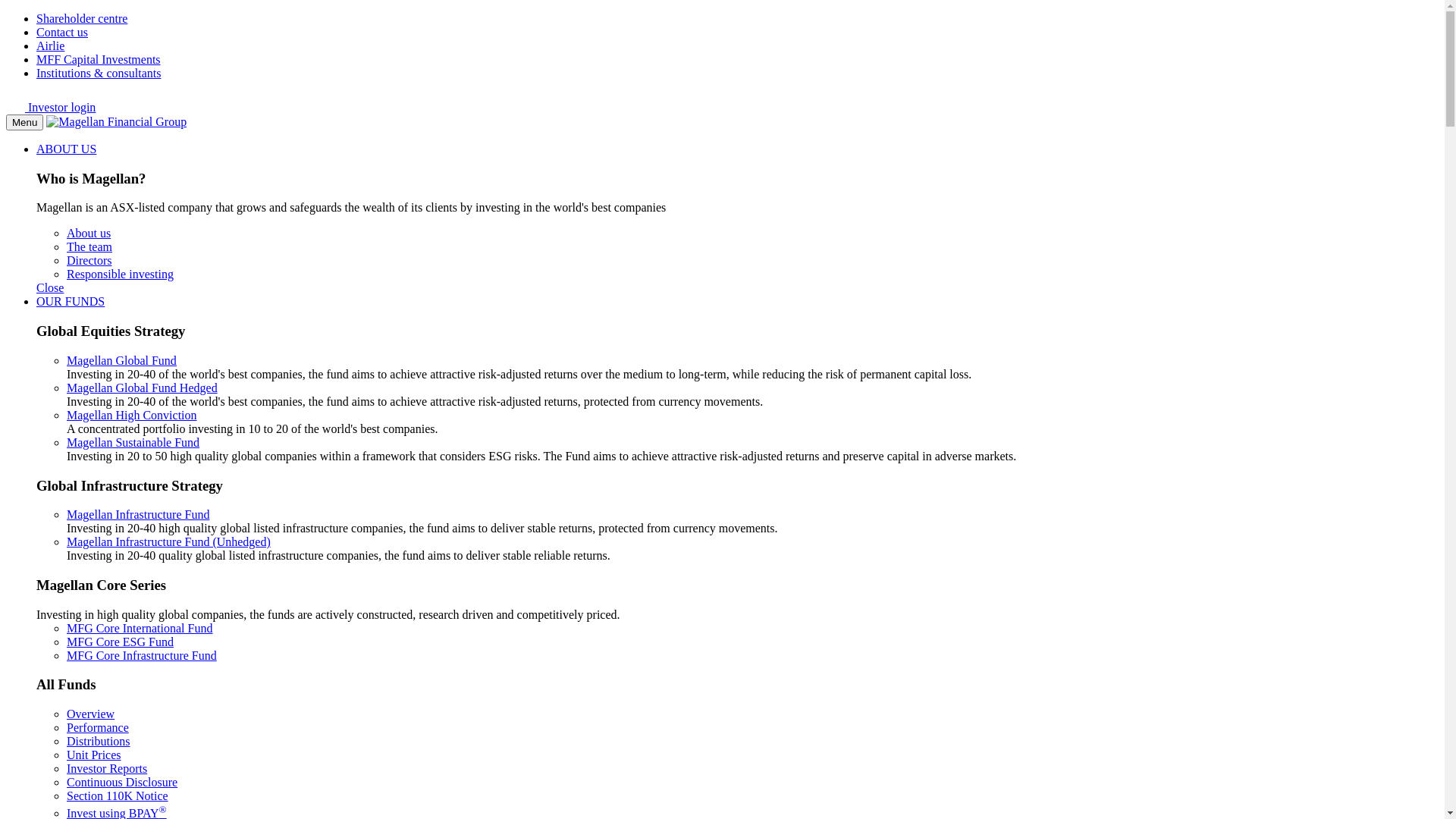  I want to click on 'Magellan Infrastructure Fund', so click(138, 513).